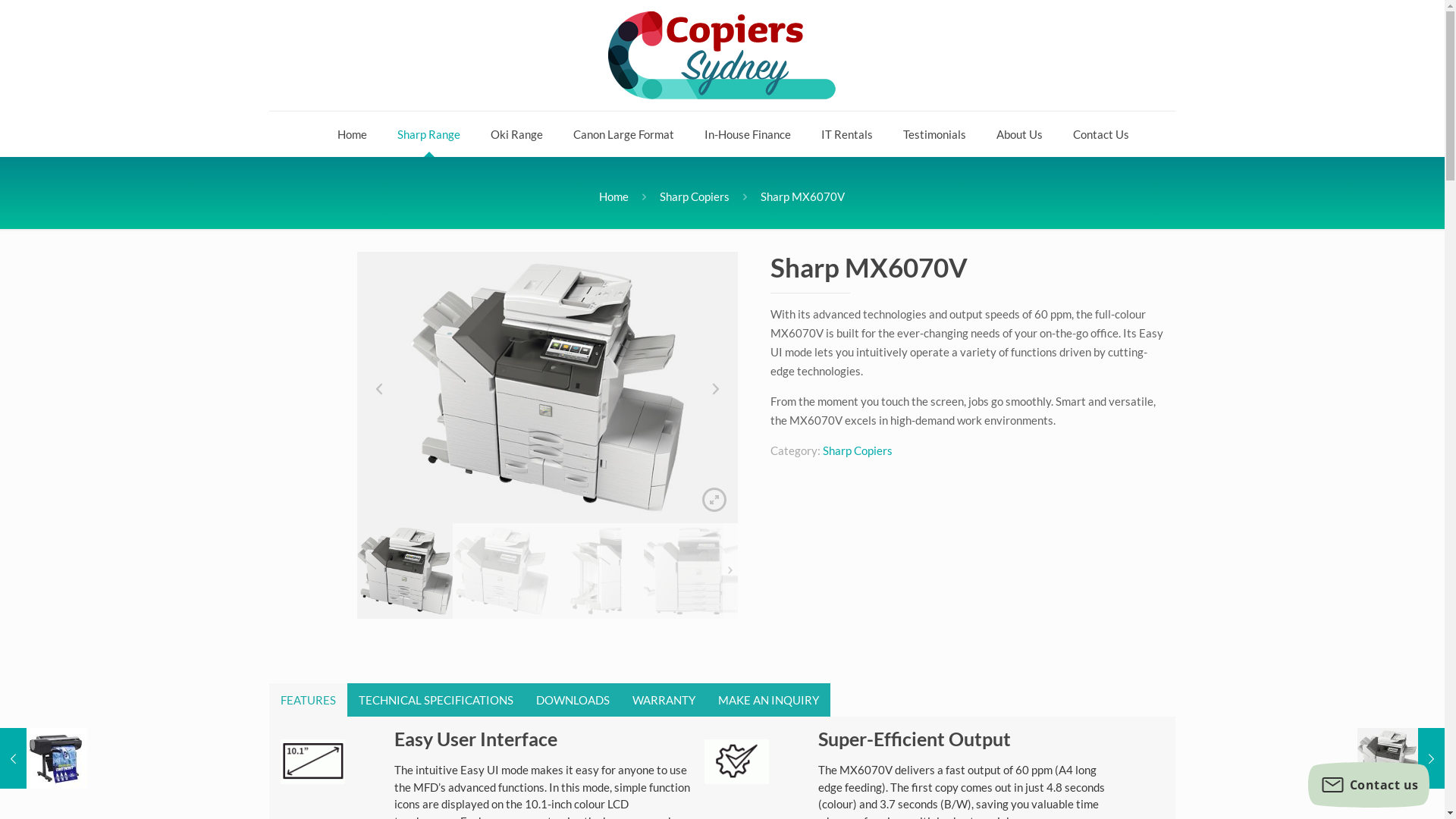 Image resolution: width=1456 pixels, height=819 pixels. What do you see at coordinates (435, 700) in the screenshot?
I see `'TECHNICAL SPECIFICATIONS'` at bounding box center [435, 700].